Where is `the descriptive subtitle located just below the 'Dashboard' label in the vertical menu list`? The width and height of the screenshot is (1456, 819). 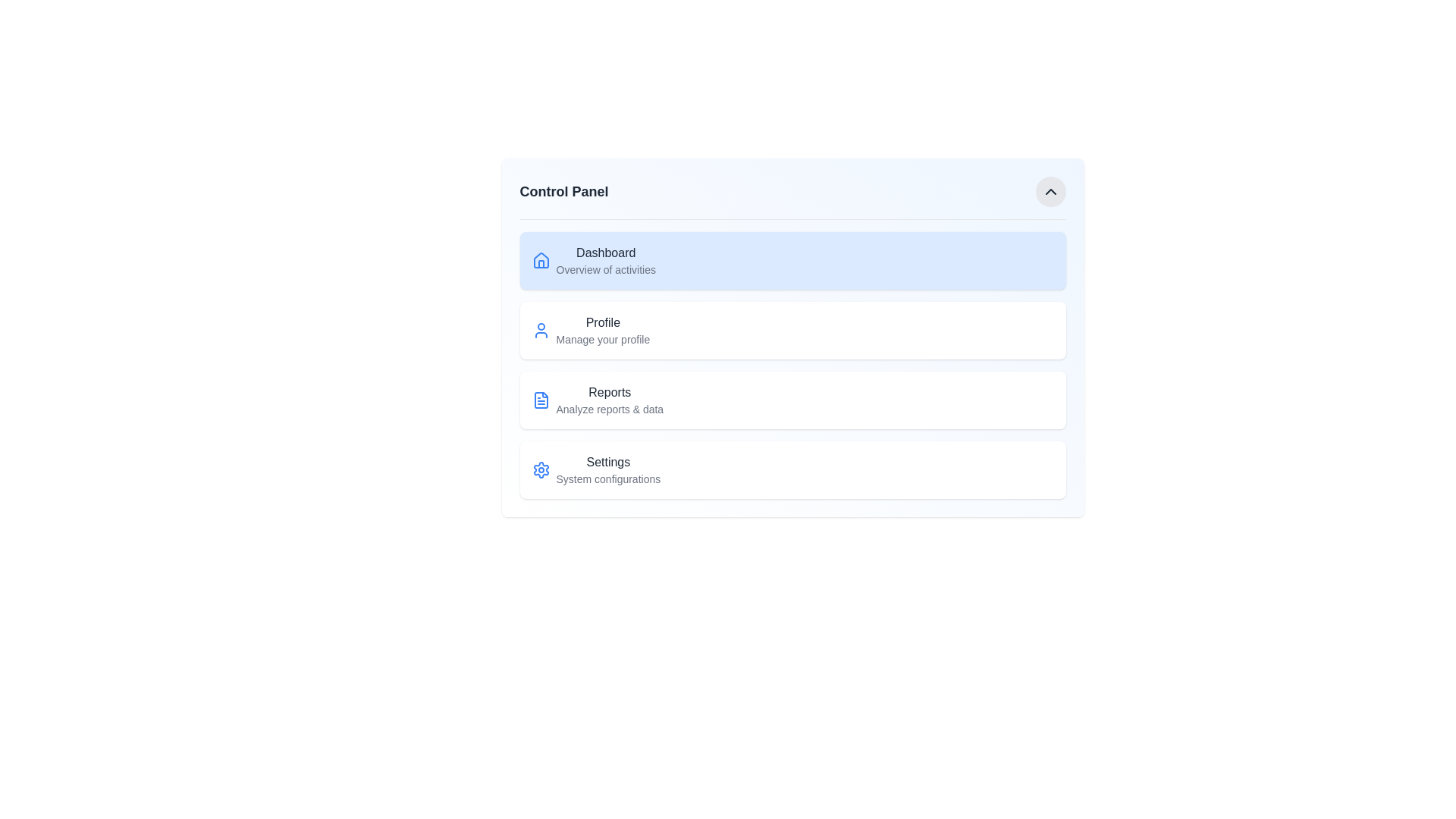
the descriptive subtitle located just below the 'Dashboard' label in the vertical menu list is located at coordinates (605, 268).